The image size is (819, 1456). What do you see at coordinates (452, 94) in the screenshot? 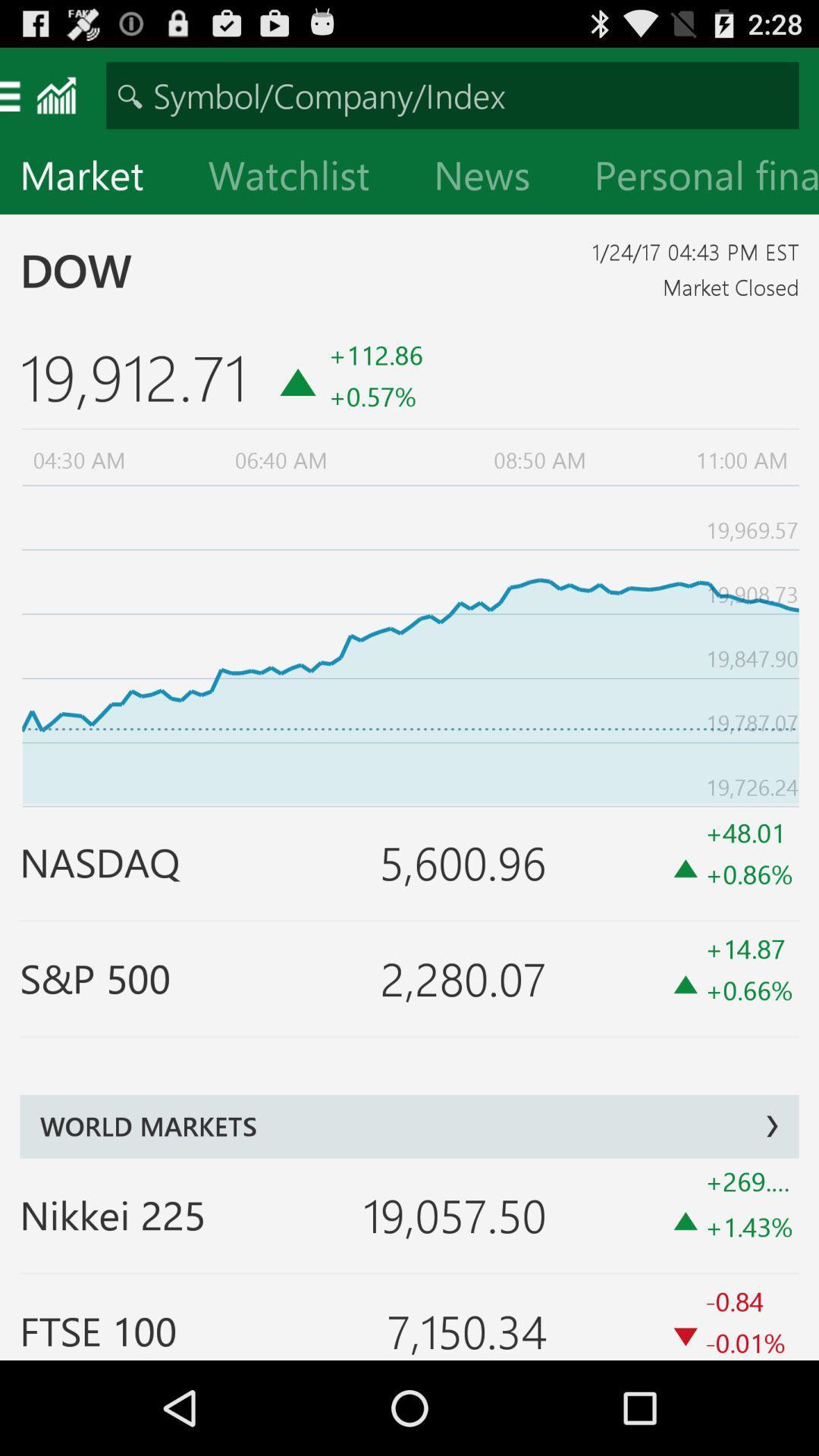
I see `symbol or company name` at bounding box center [452, 94].